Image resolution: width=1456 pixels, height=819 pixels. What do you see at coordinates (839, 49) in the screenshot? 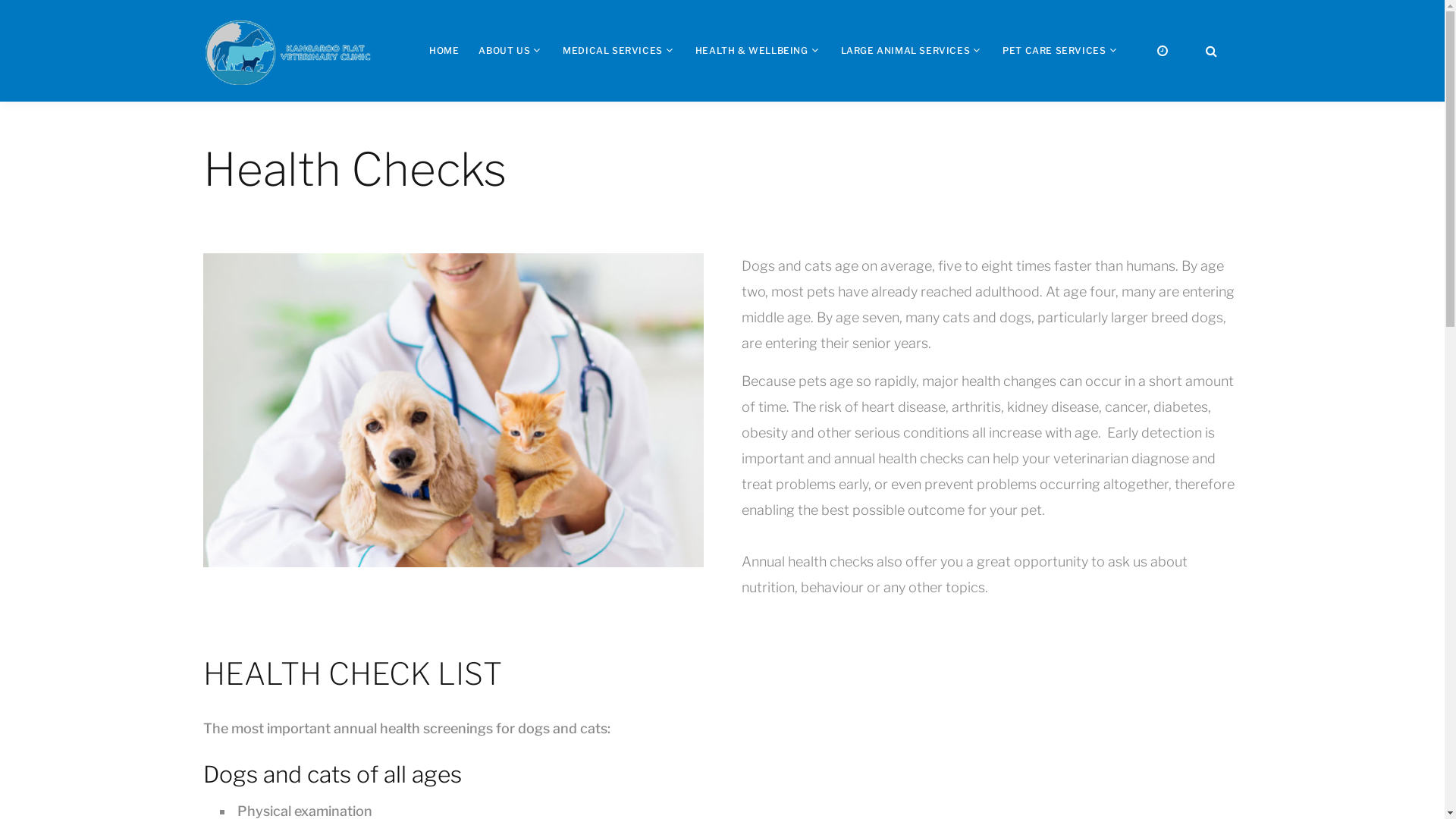
I see `'LARGE ANIMAL SERVICES'` at bounding box center [839, 49].